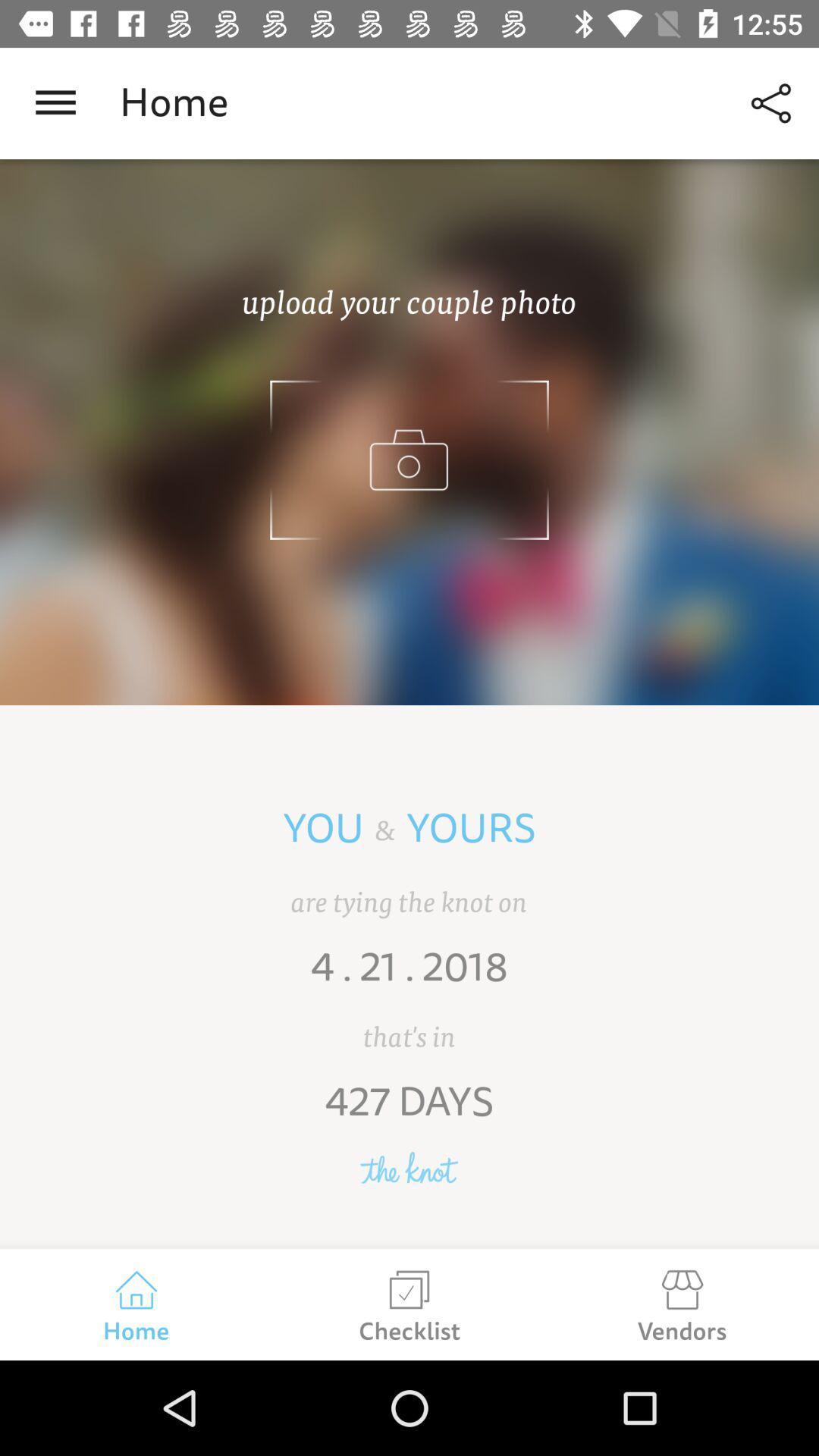 This screenshot has width=819, height=1456. I want to click on open options, so click(55, 102).